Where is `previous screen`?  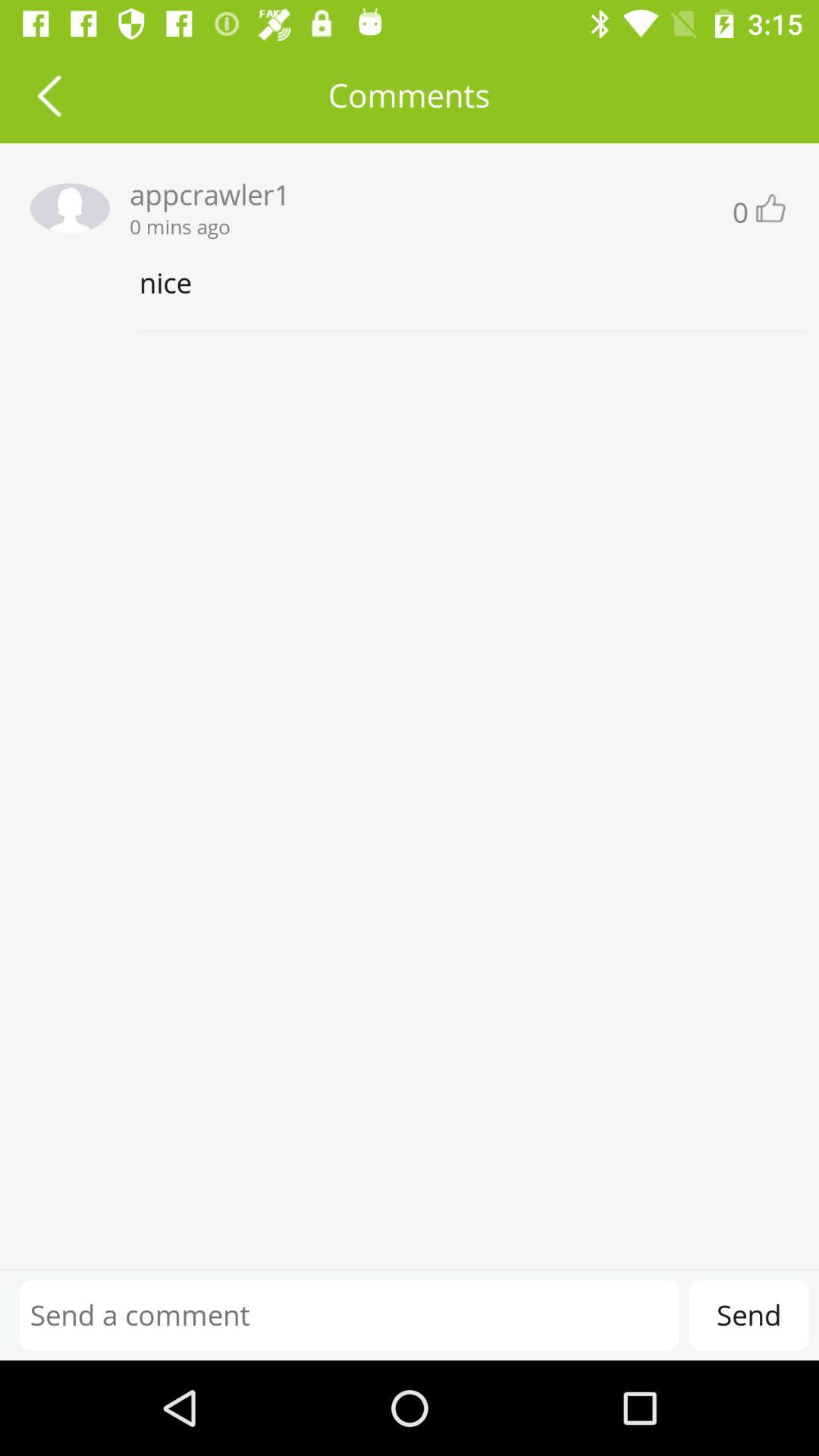 previous screen is located at coordinates (48, 94).